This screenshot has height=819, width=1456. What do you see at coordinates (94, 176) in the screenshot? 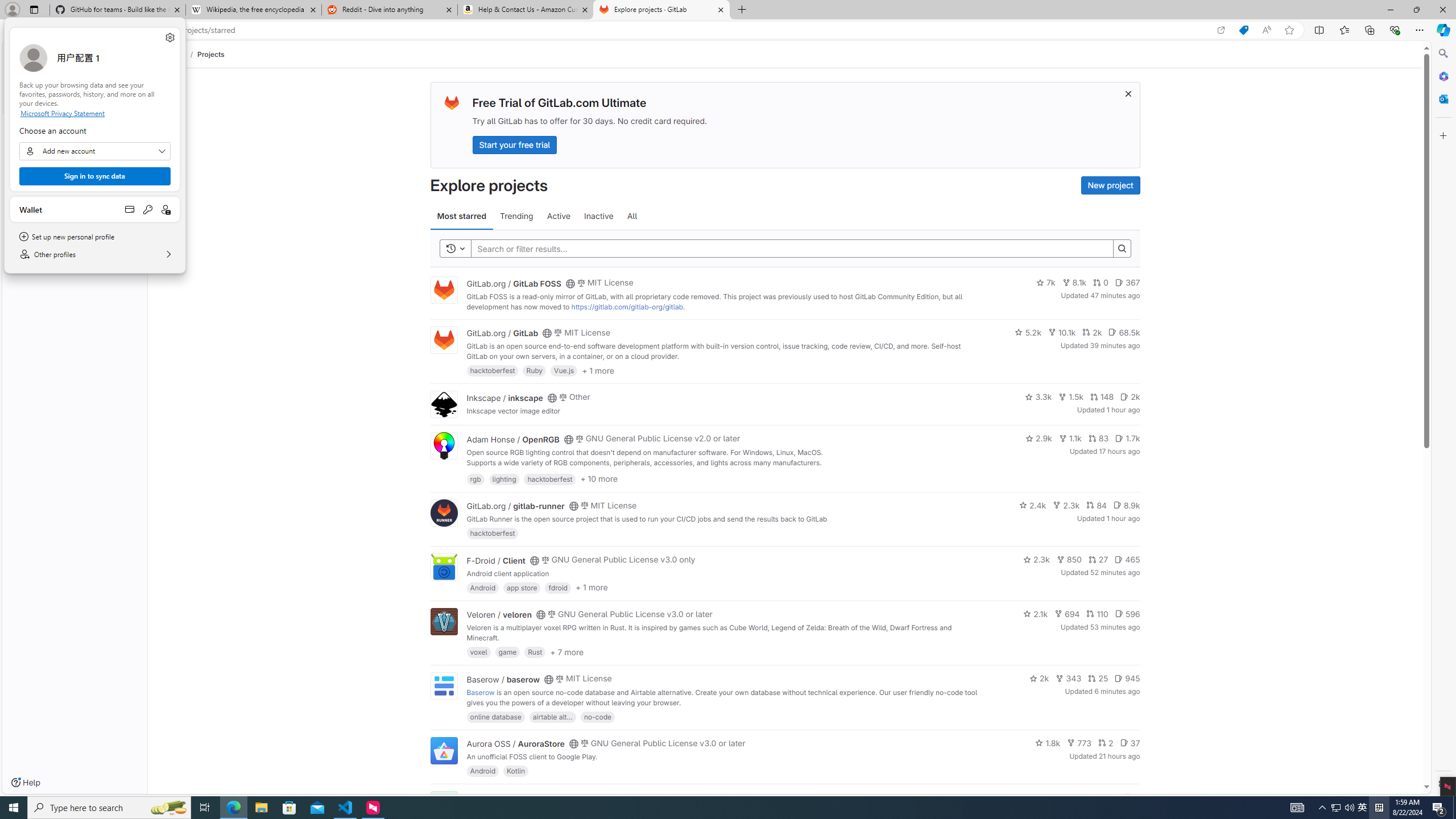
I see `'Sign in to sync data'` at bounding box center [94, 176].